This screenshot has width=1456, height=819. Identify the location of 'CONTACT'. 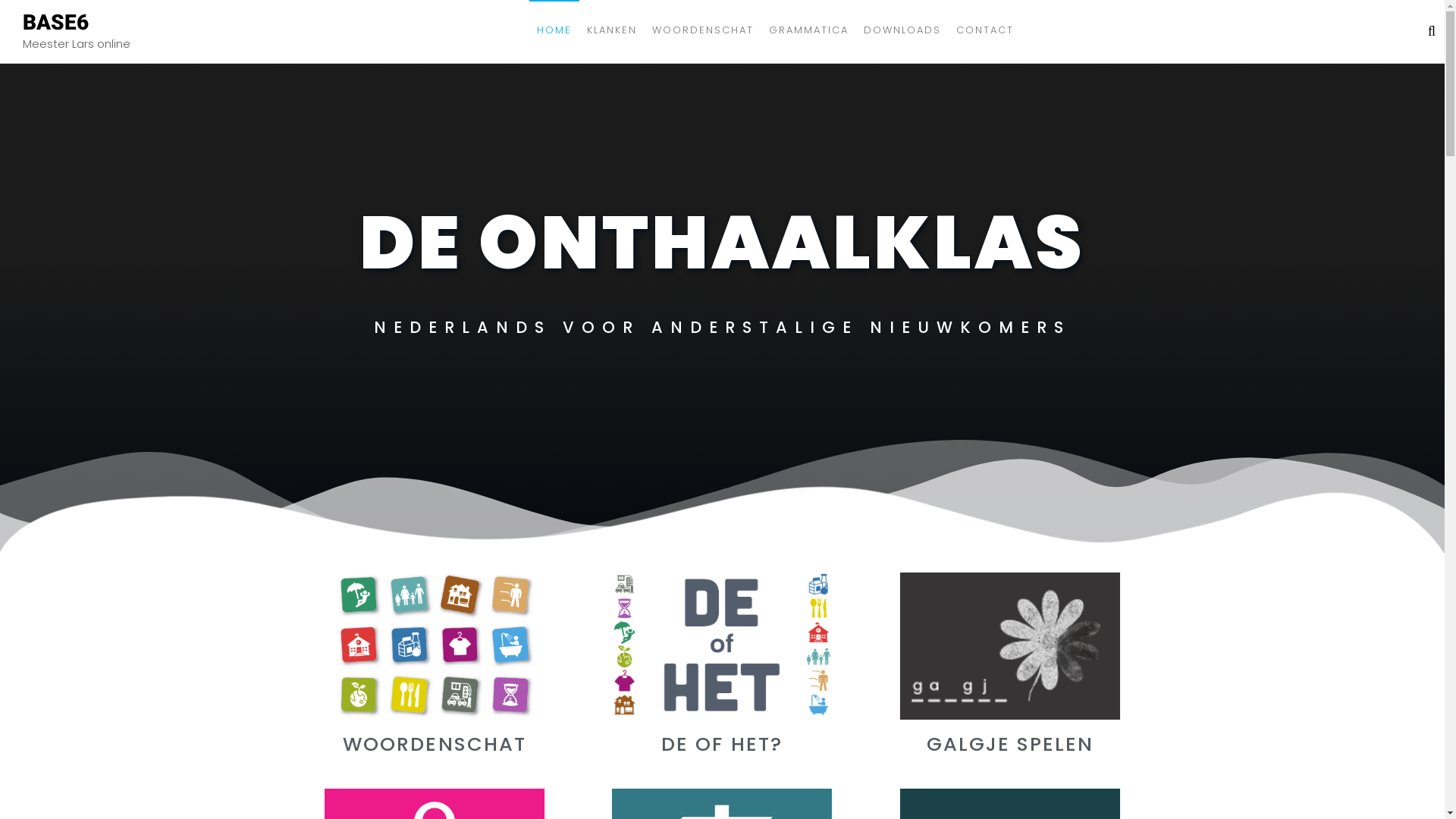
(985, 30).